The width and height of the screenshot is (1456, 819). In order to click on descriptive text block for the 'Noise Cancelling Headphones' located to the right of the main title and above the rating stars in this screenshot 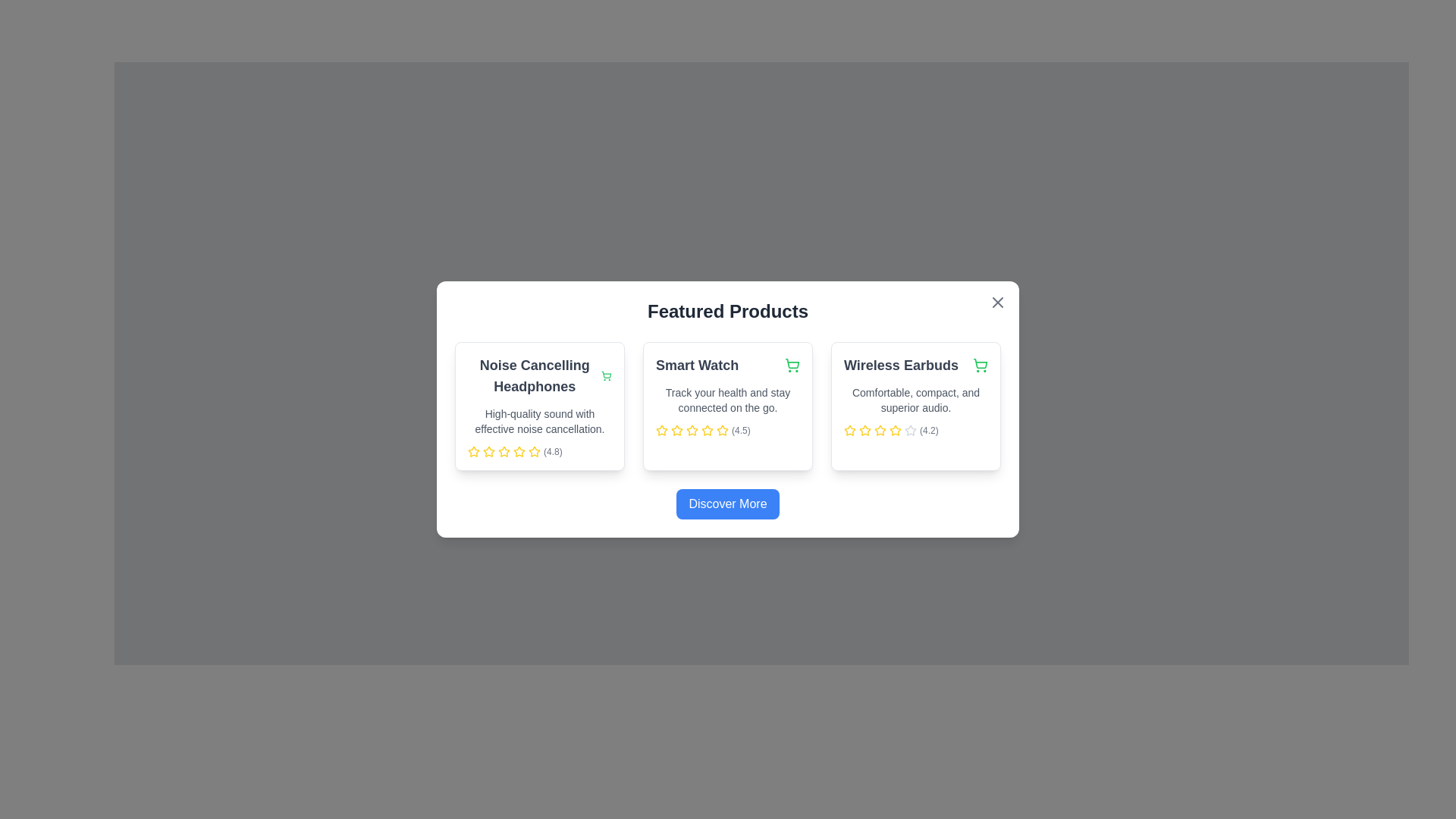, I will do `click(539, 421)`.